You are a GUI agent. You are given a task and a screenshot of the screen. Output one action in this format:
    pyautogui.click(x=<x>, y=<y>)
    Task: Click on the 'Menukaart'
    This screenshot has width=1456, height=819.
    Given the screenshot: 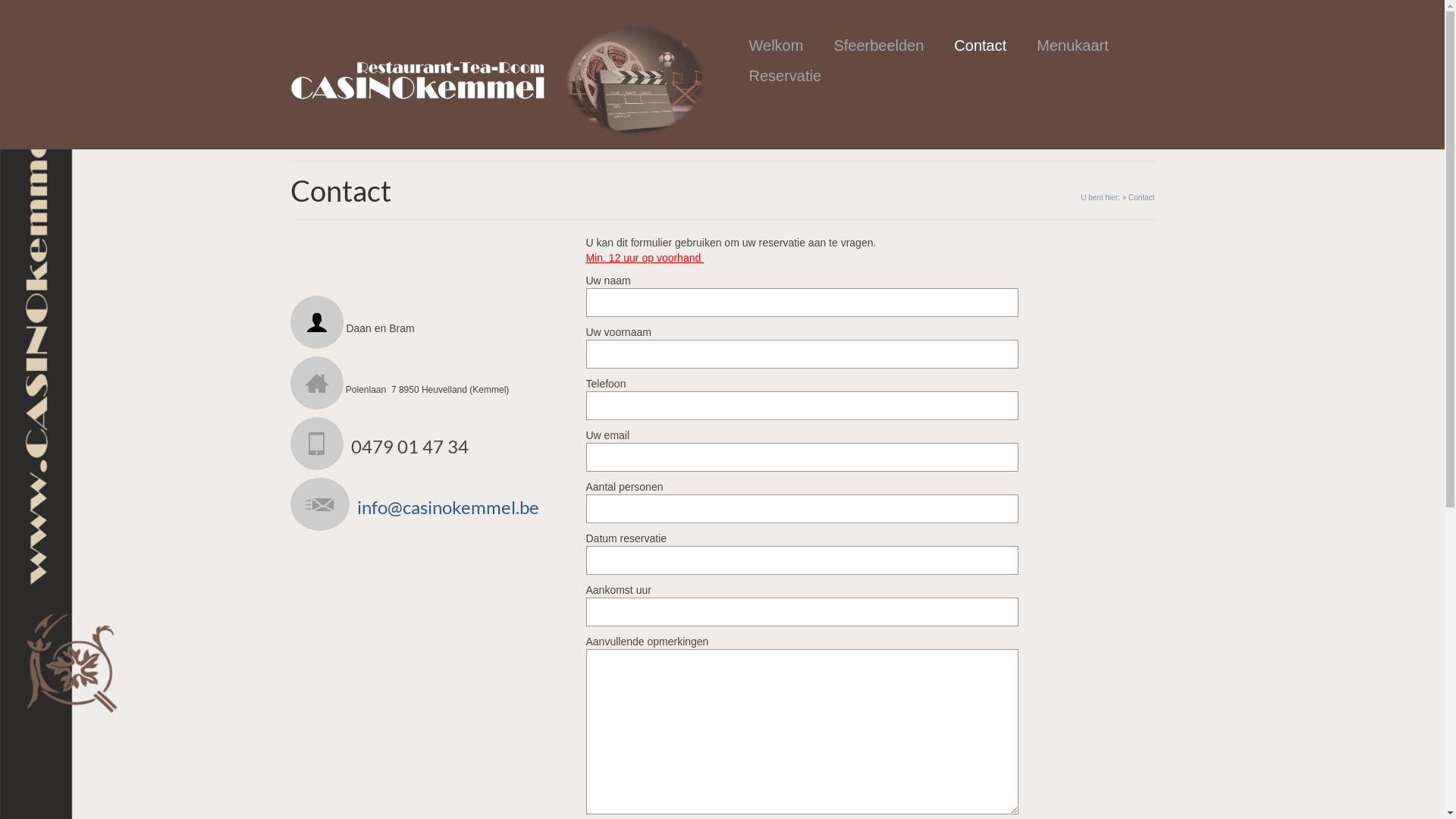 What is the action you would take?
    pyautogui.click(x=1072, y=45)
    